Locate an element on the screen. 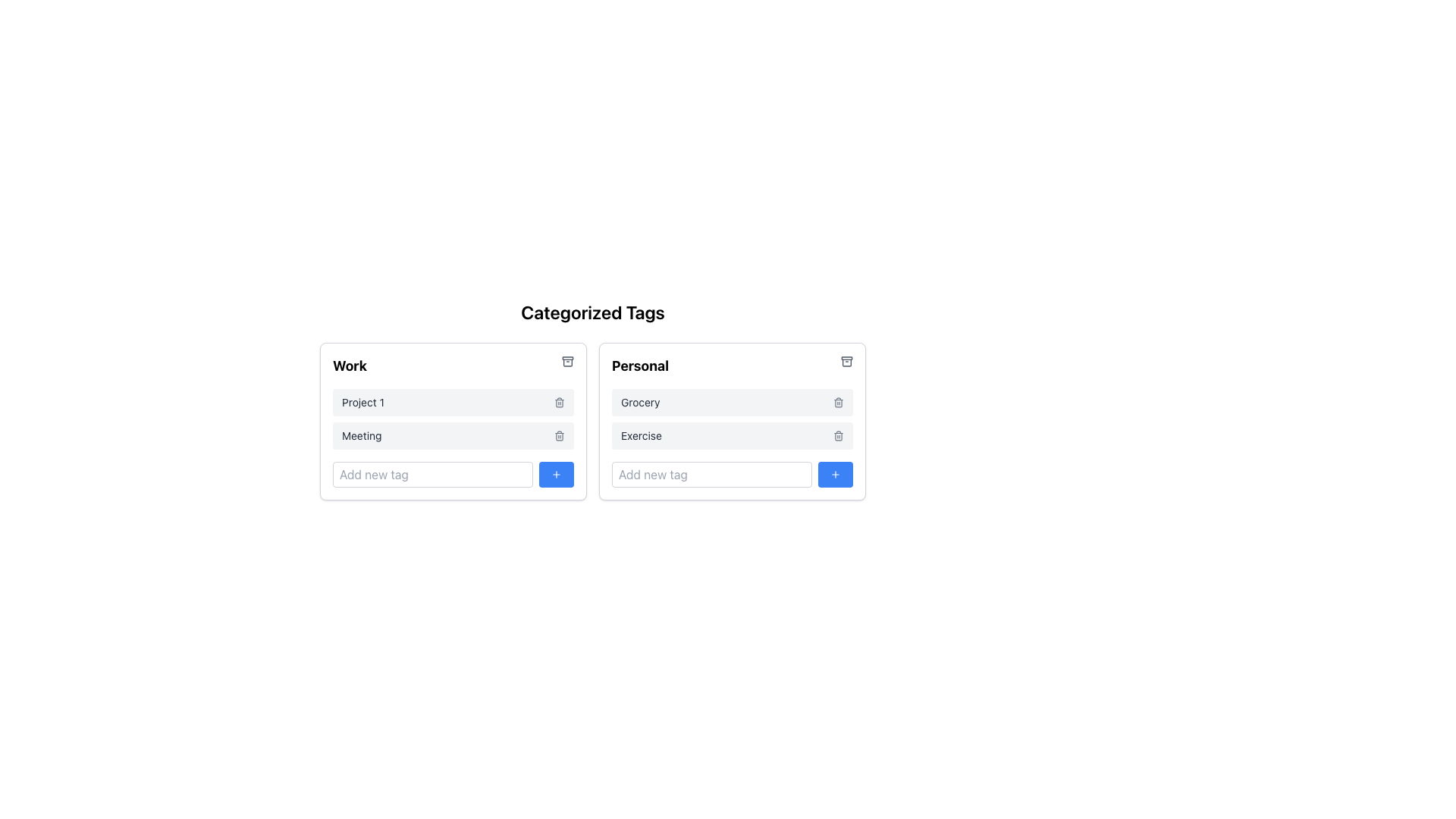 This screenshot has width=1456, height=819. the Text label under the 'Work' category, which indicates a tag or item name, positioned to the left of a trash icon within the 'Work' box is located at coordinates (361, 435).